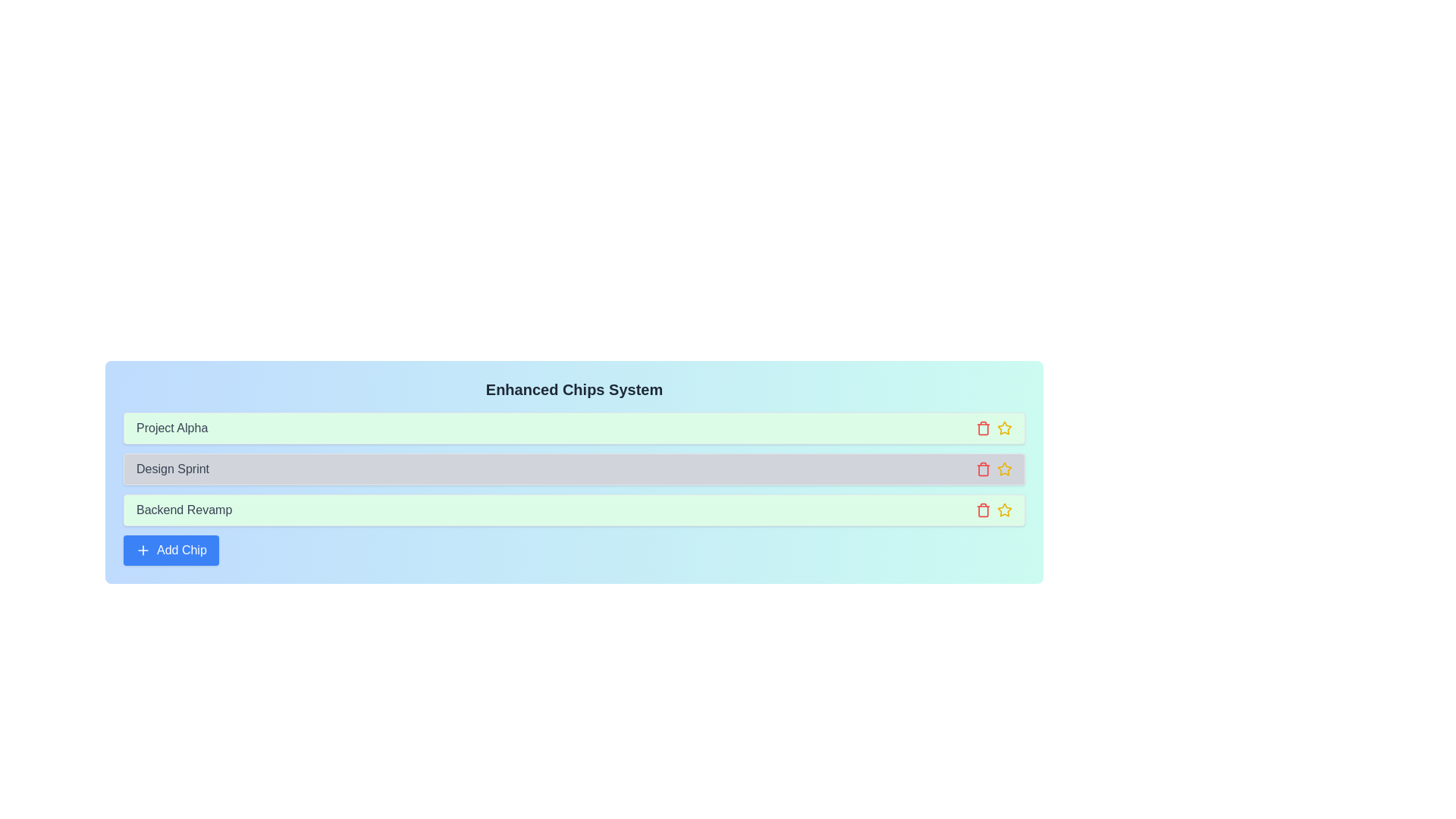 This screenshot has width=1456, height=819. What do you see at coordinates (1004, 468) in the screenshot?
I see `star button of the chip labeled Design Sprint` at bounding box center [1004, 468].